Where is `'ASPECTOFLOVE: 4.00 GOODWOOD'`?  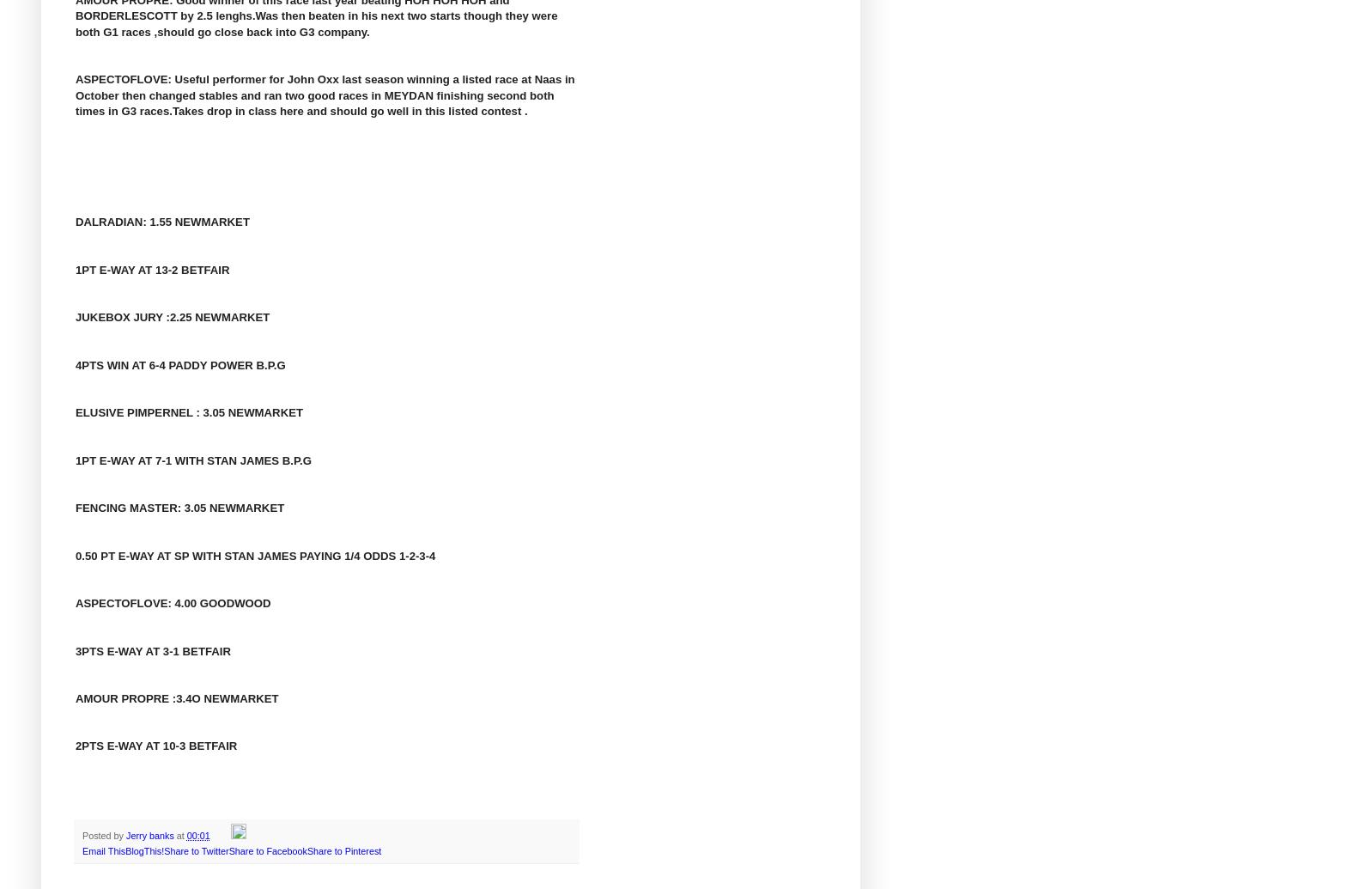
'ASPECTOFLOVE: 4.00 GOODWOOD' is located at coordinates (172, 602).